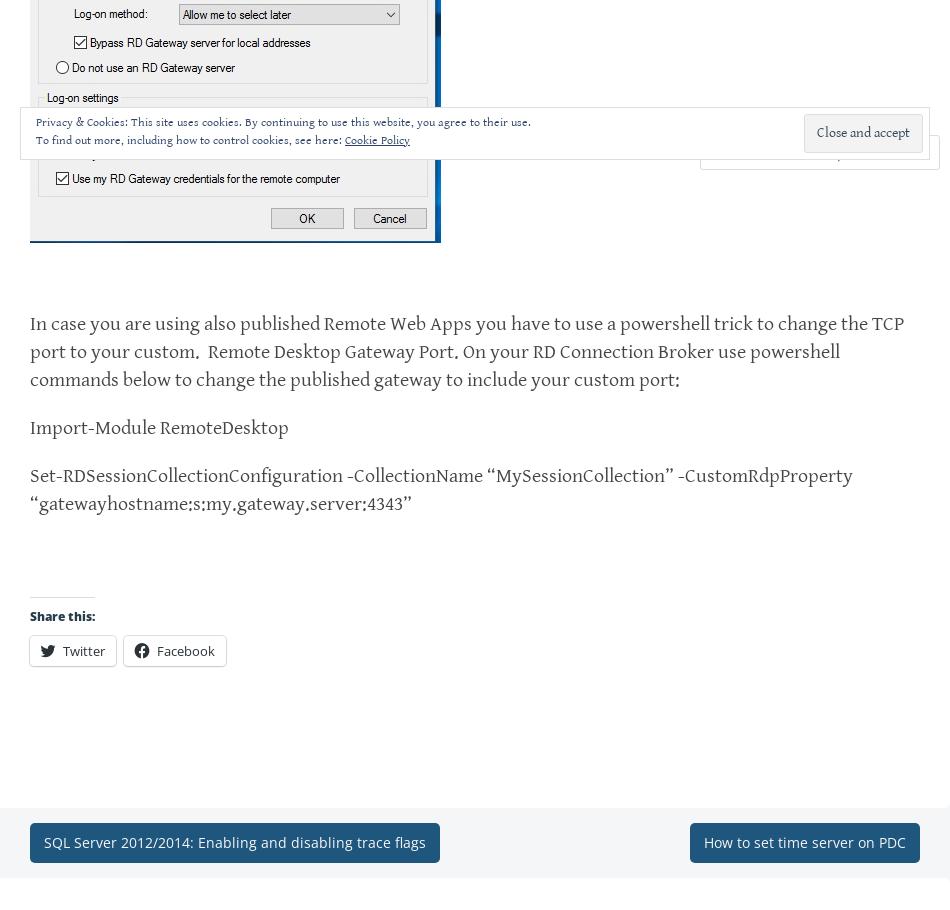 The image size is (950, 910). I want to click on 'Cookie Policy', so click(376, 139).